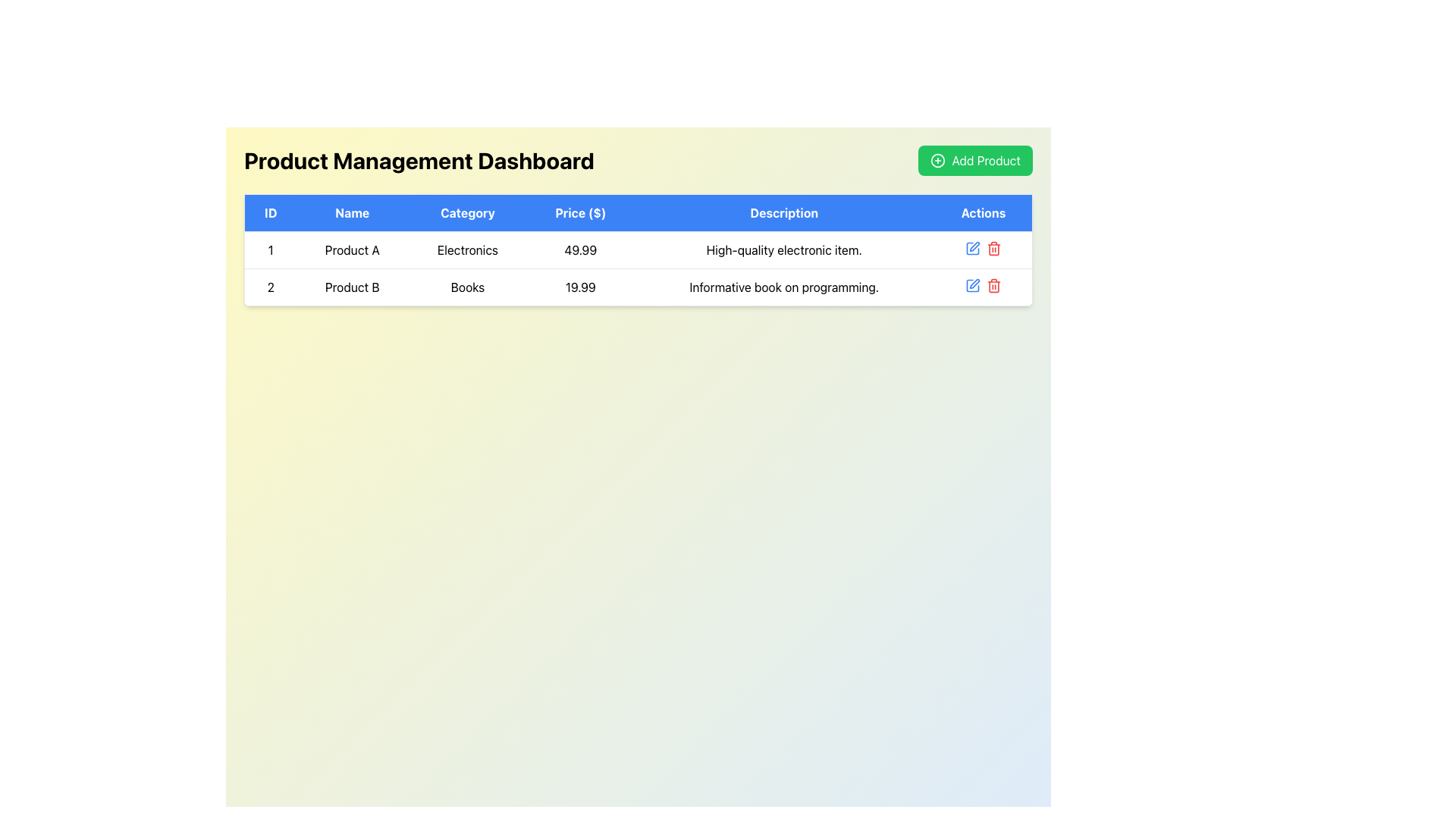 This screenshot has width=1456, height=819. I want to click on the text label displaying 'Informative book on programming.' in the 'Description' column of the second row of the table in the 'Product Management Dashboard.', so click(784, 287).